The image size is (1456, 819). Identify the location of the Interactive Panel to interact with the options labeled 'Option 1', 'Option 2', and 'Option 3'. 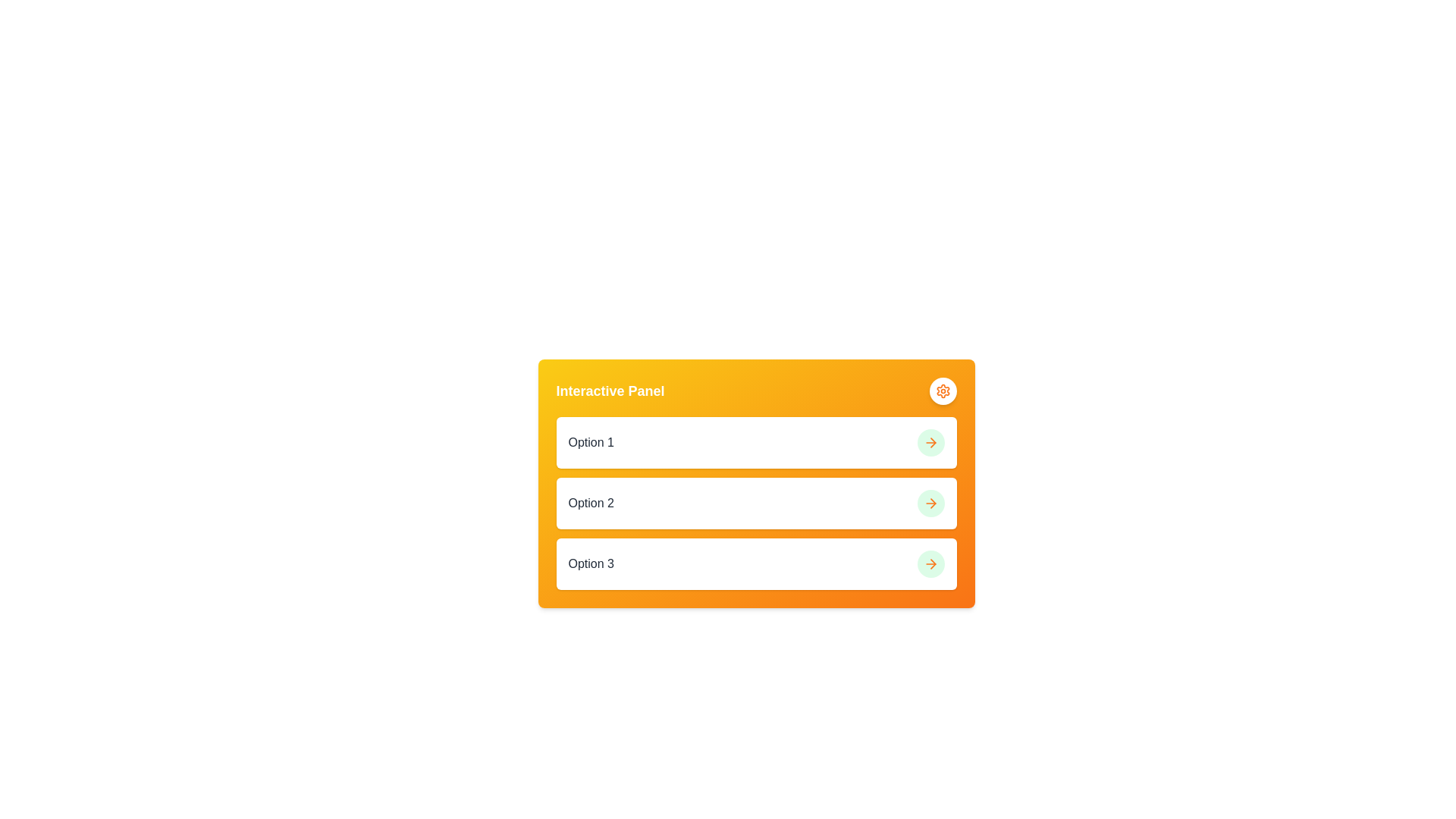
(756, 483).